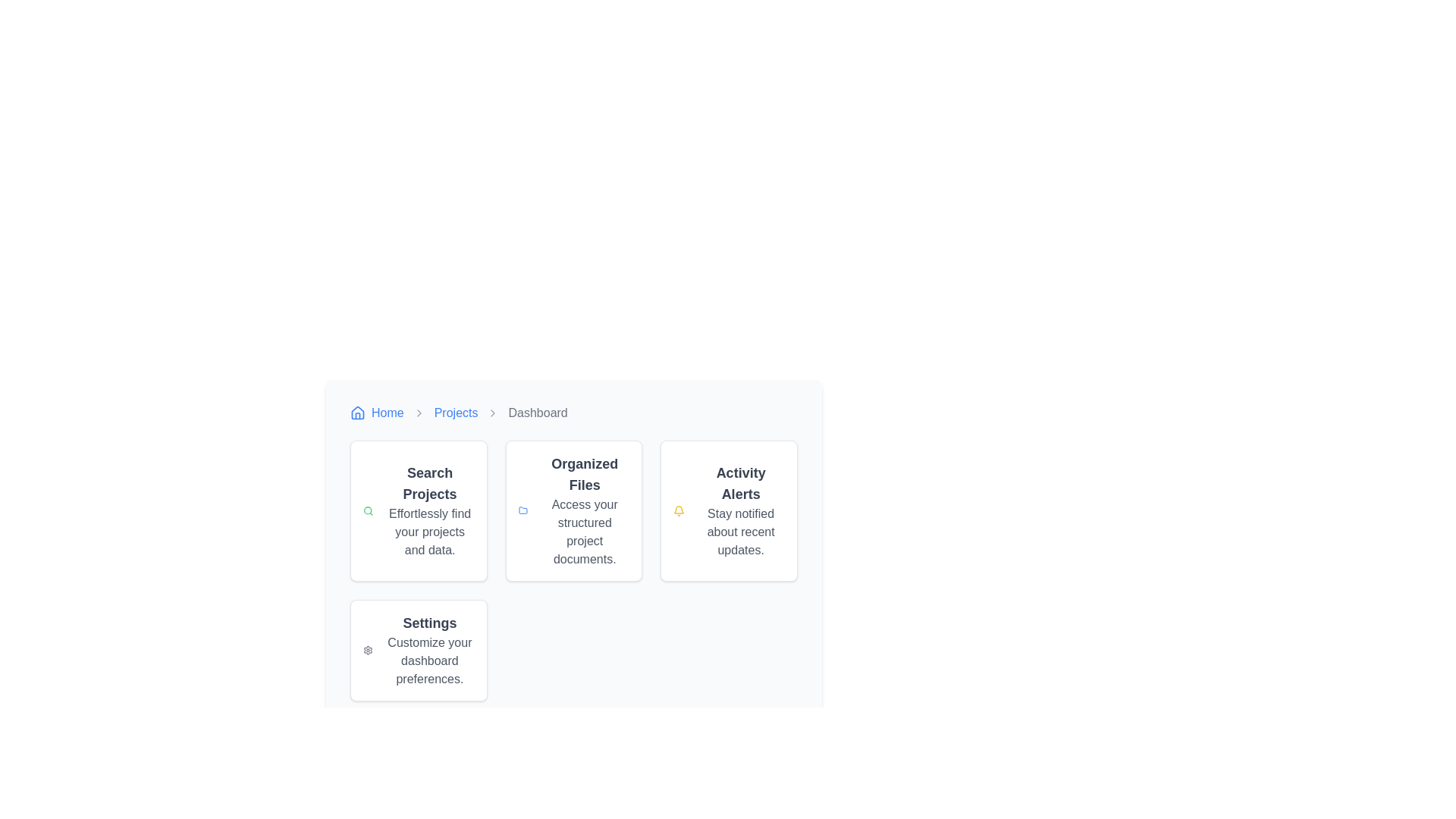 The image size is (1456, 819). What do you see at coordinates (429, 511) in the screenshot?
I see `the text block located below the green search icon in the leftmost card of the grid` at bounding box center [429, 511].